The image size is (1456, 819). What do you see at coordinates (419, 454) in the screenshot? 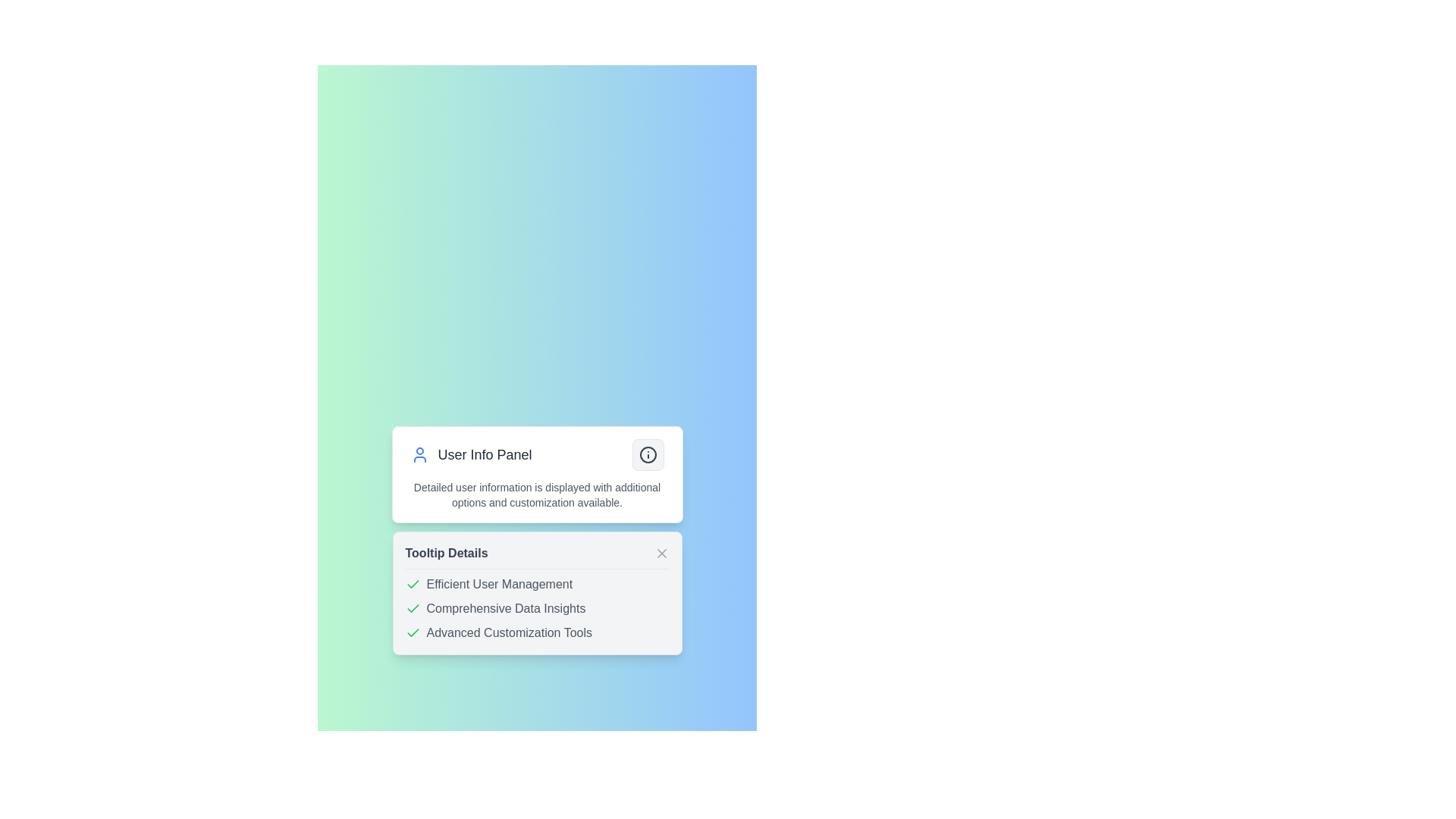
I see `the blue user icon, which is a minimalist outline of a person's head and shoulders, located to the left of the 'User Info Panel' text` at bounding box center [419, 454].